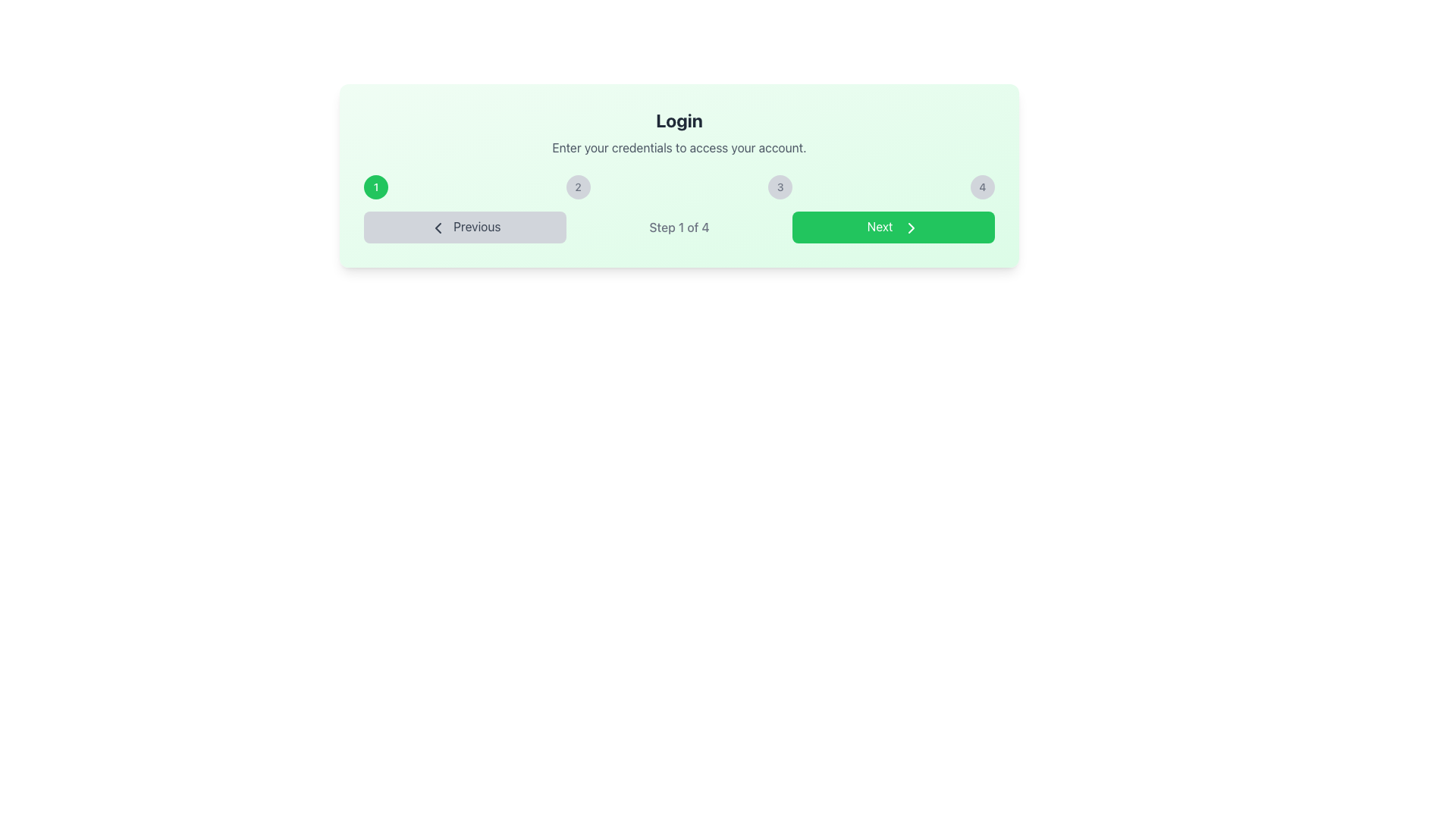  I want to click on the green 'Next' button which has a chevron-shaped icon pointing to the right located at its rightmost side, next to the text label 'Next', so click(910, 227).